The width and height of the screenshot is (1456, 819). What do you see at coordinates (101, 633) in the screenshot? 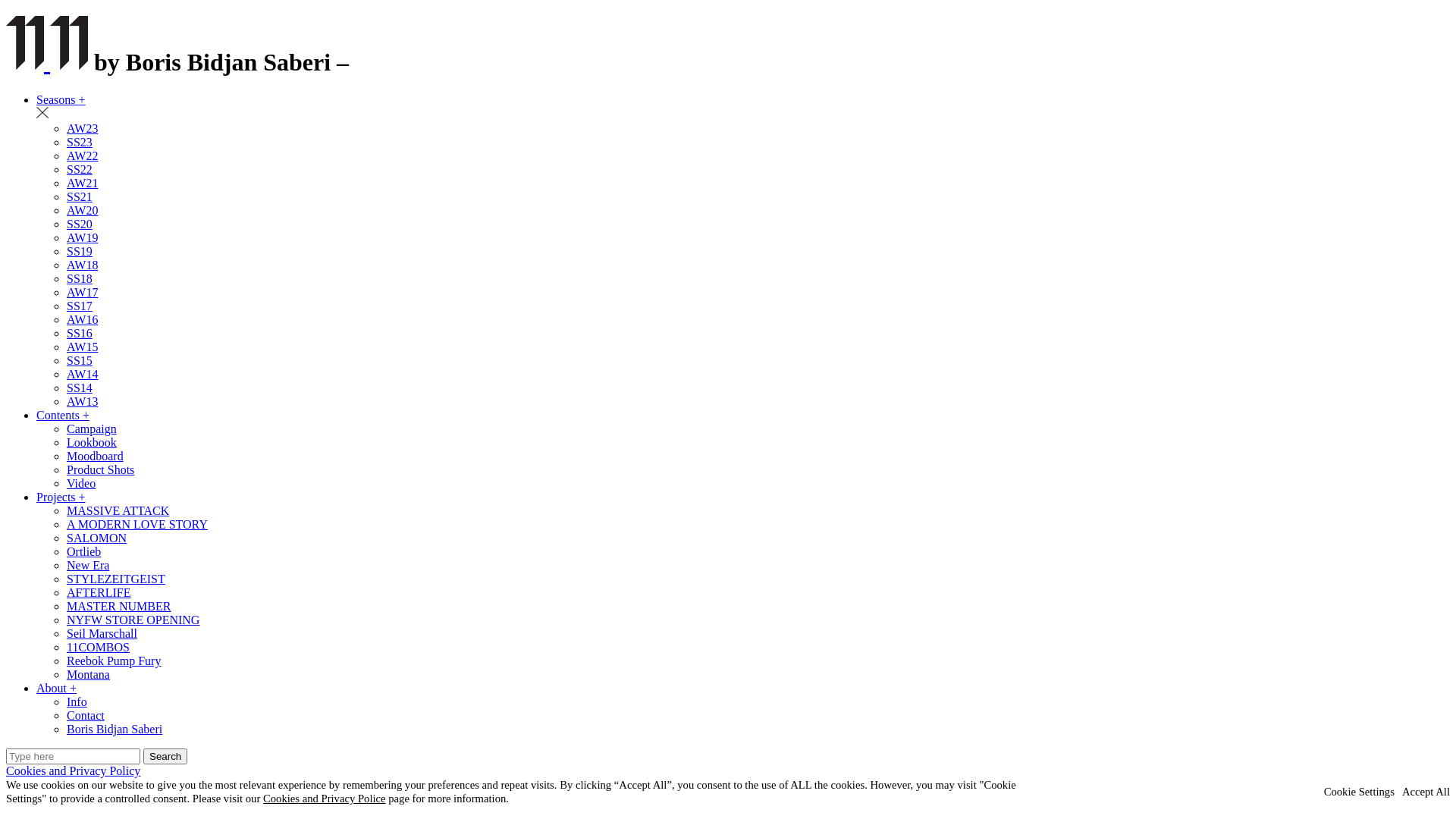
I see `'Seil Marschall'` at bounding box center [101, 633].